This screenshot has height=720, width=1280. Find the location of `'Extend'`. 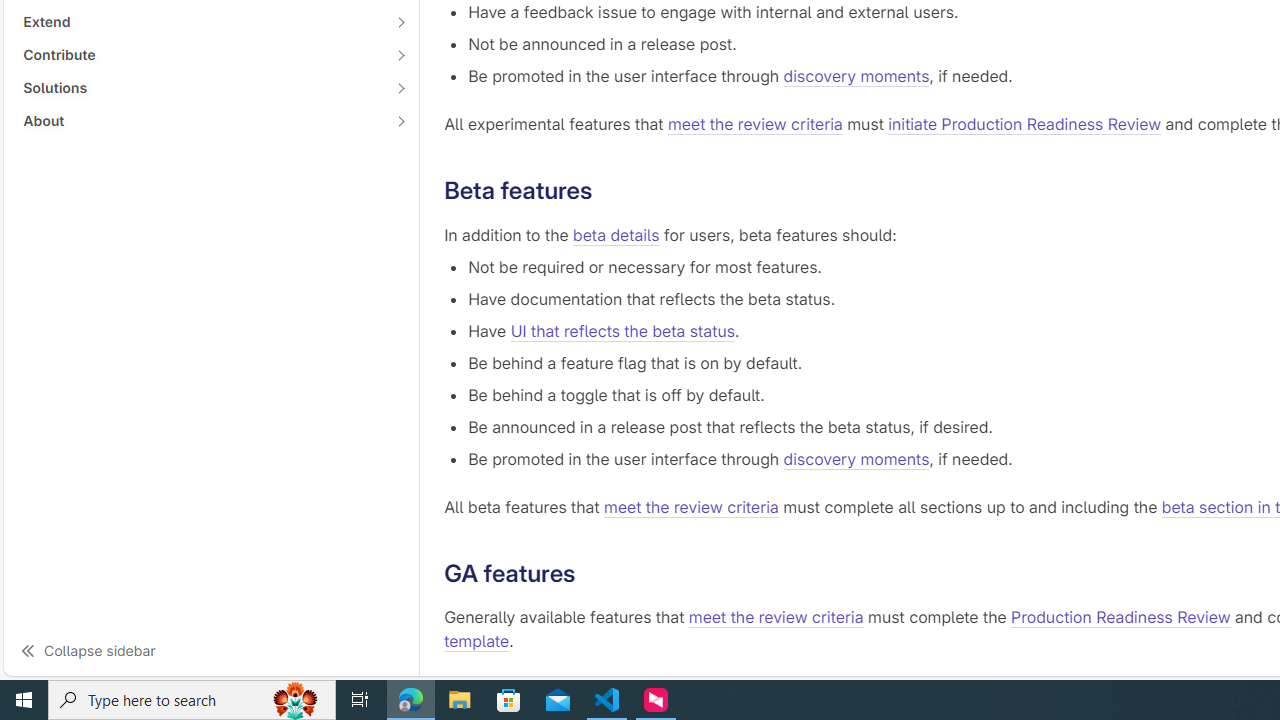

'Extend' is located at coordinates (200, 21).